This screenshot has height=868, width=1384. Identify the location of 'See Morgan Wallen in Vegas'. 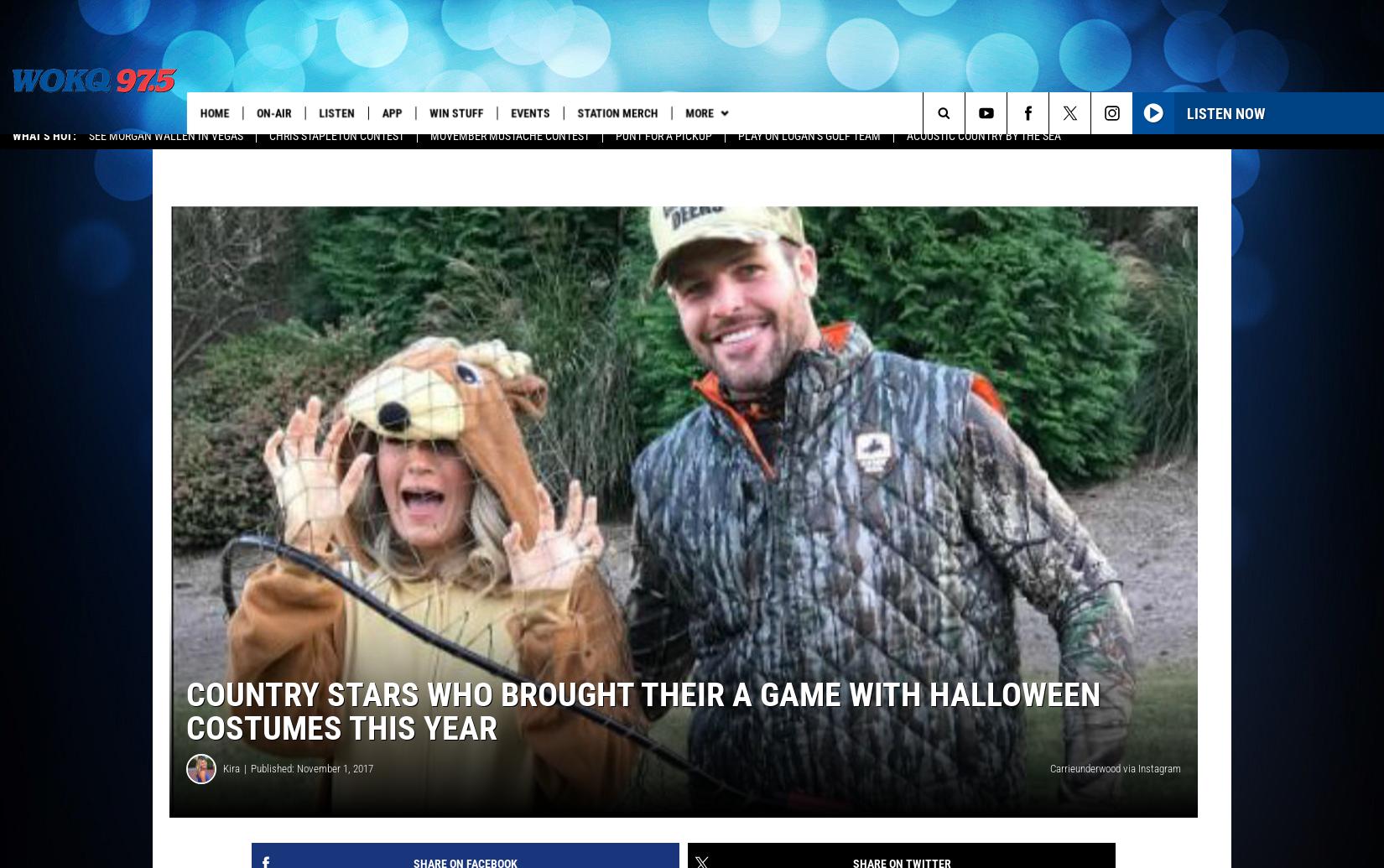
(166, 147).